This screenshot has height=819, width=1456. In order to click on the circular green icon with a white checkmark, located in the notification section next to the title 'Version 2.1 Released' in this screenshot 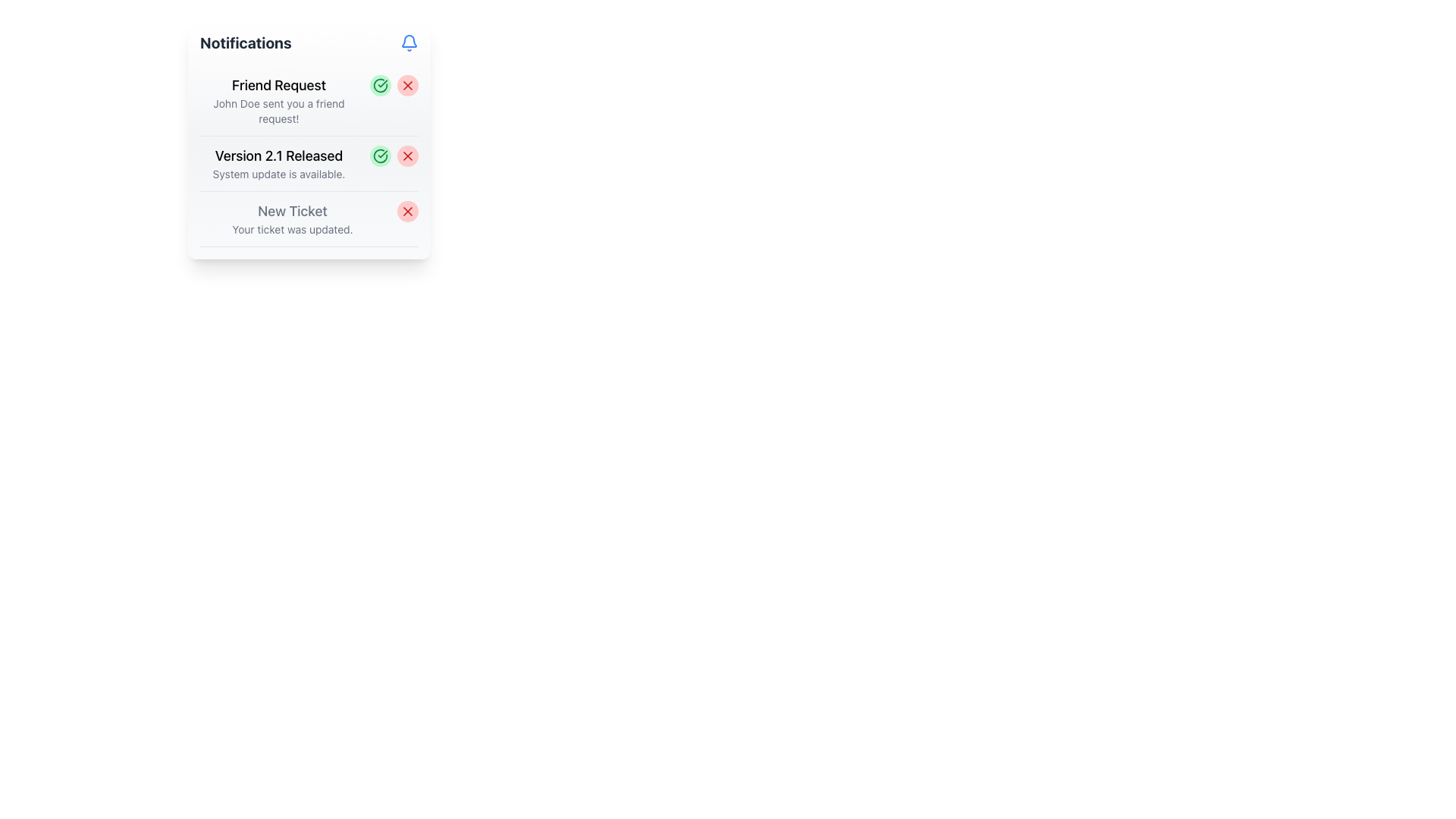, I will do `click(381, 155)`.